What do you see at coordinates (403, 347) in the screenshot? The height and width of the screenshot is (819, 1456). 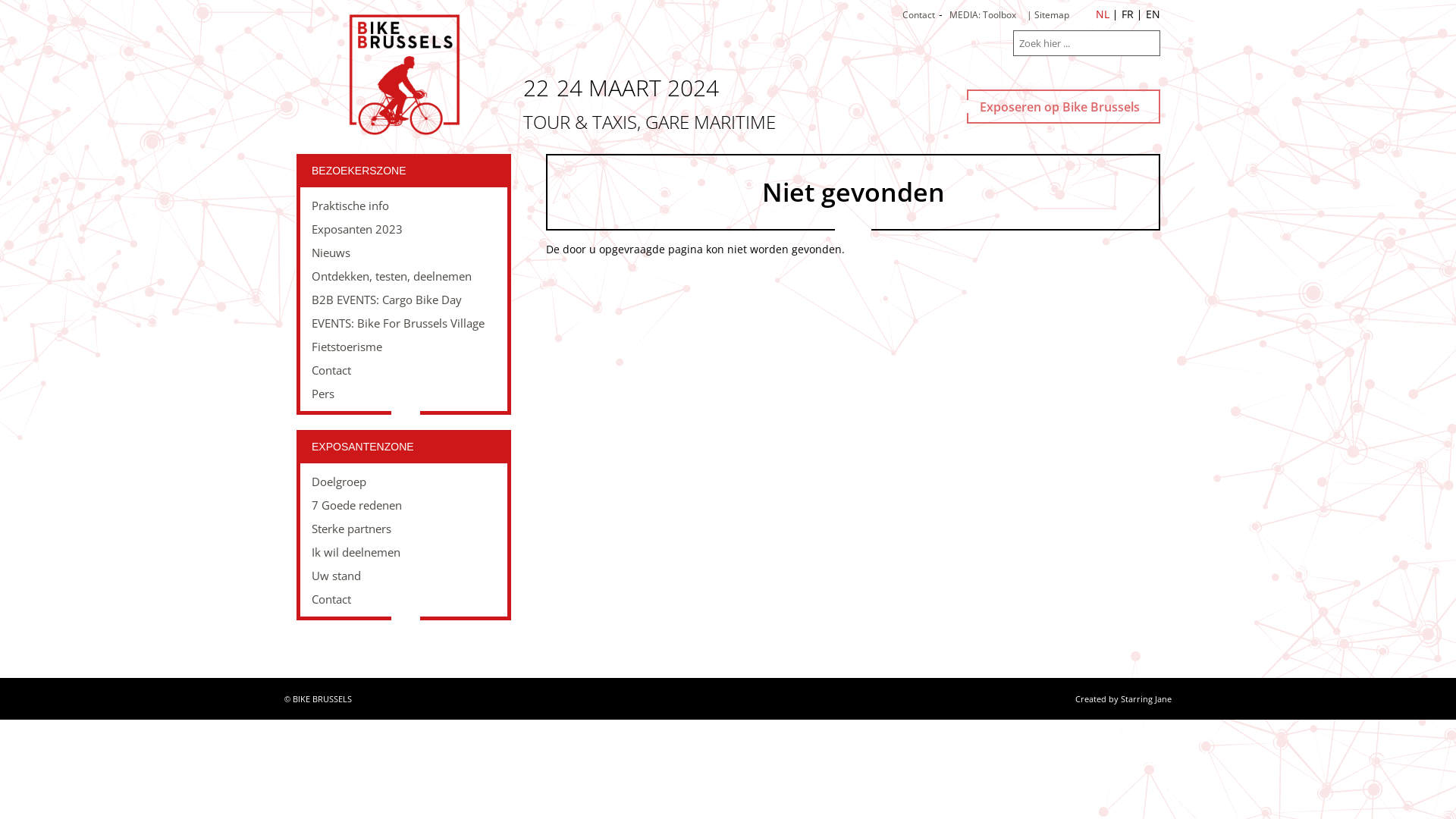 I see `'Fietstoerisme'` at bounding box center [403, 347].